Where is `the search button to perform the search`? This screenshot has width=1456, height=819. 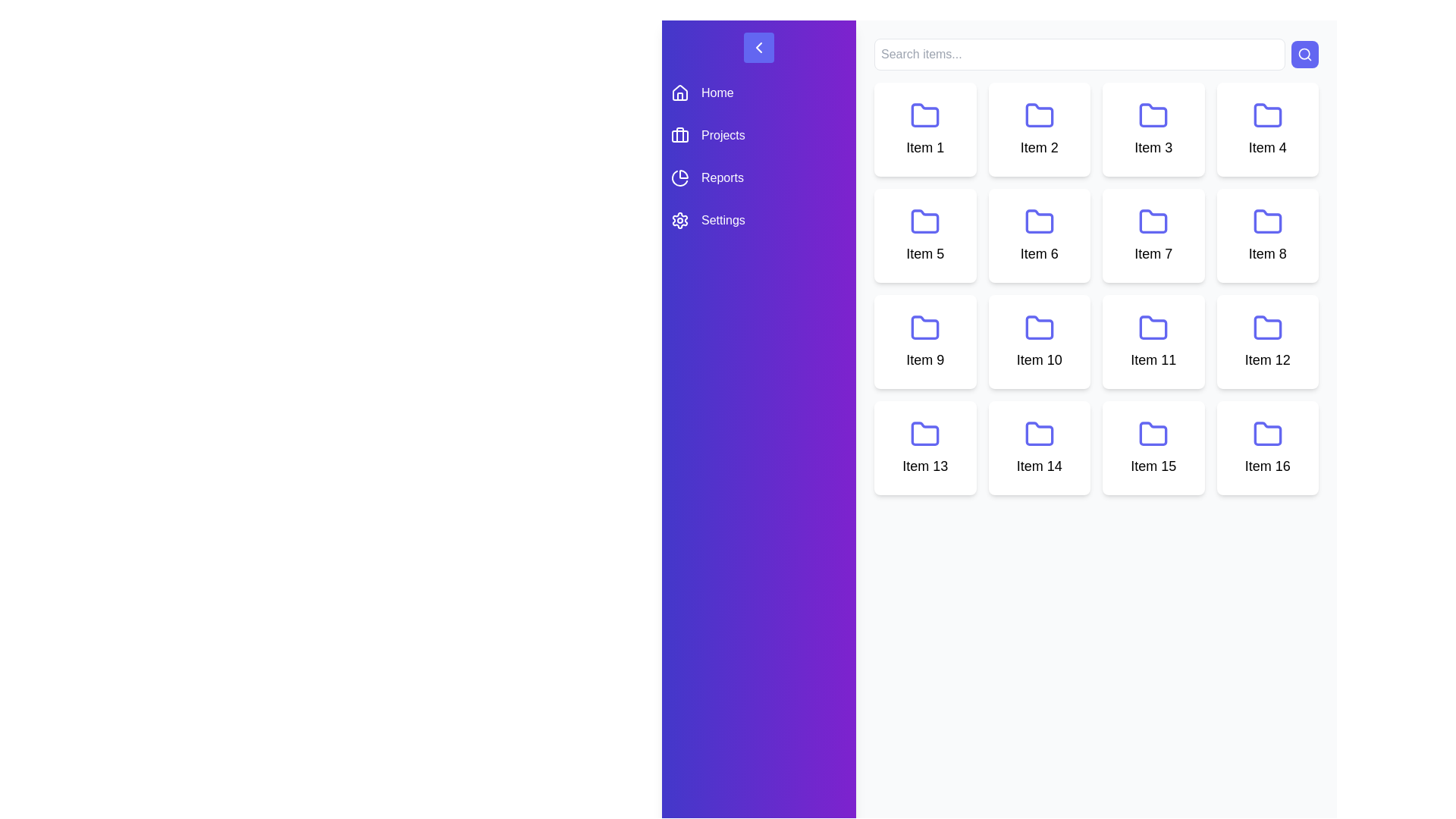
the search button to perform the search is located at coordinates (1304, 54).